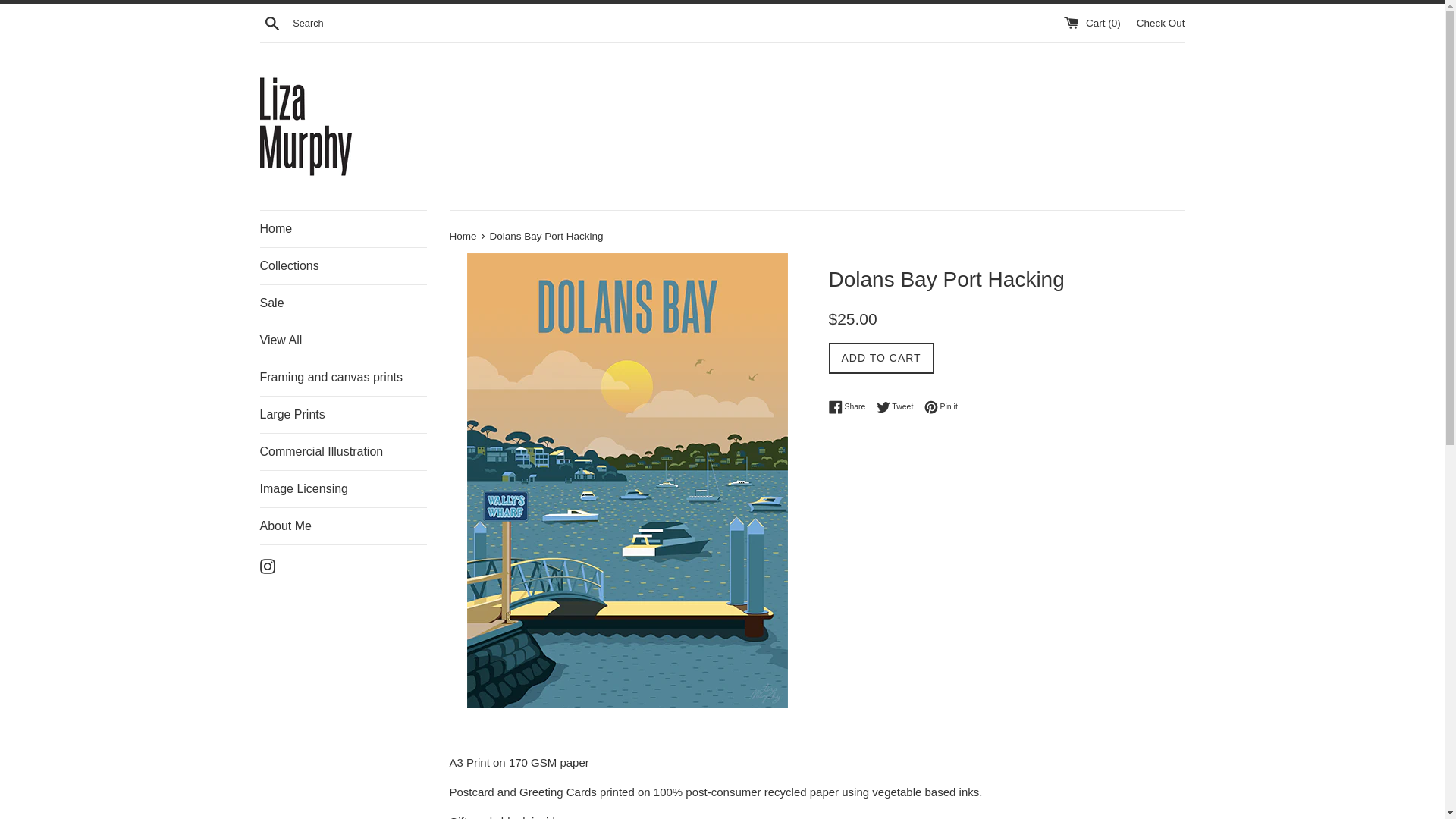 This screenshot has height=819, width=1456. Describe the element at coordinates (266, 565) in the screenshot. I see `'Instagram'` at that location.